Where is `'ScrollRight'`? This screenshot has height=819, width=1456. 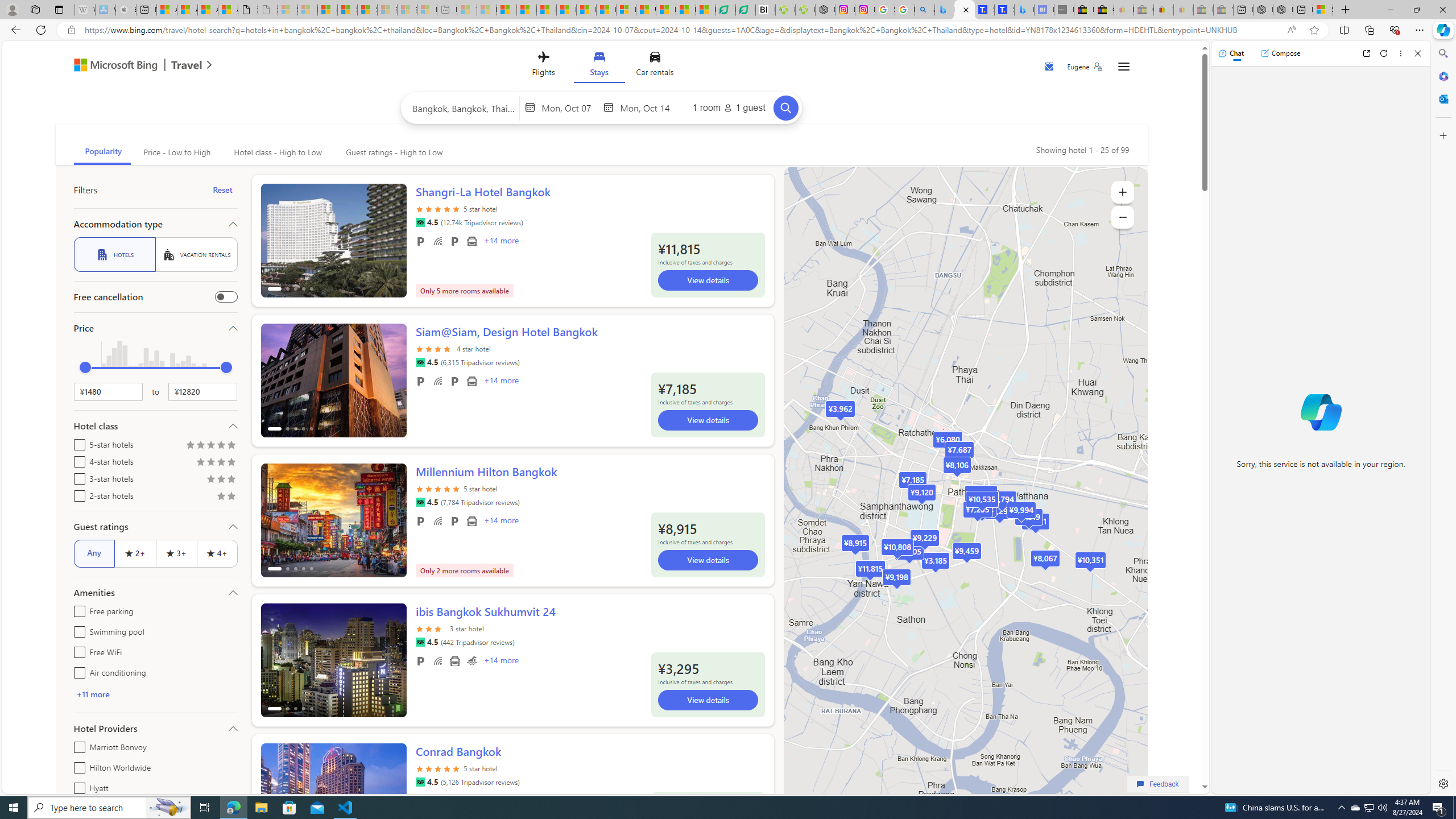 'ScrollRight' is located at coordinates (391, 795).